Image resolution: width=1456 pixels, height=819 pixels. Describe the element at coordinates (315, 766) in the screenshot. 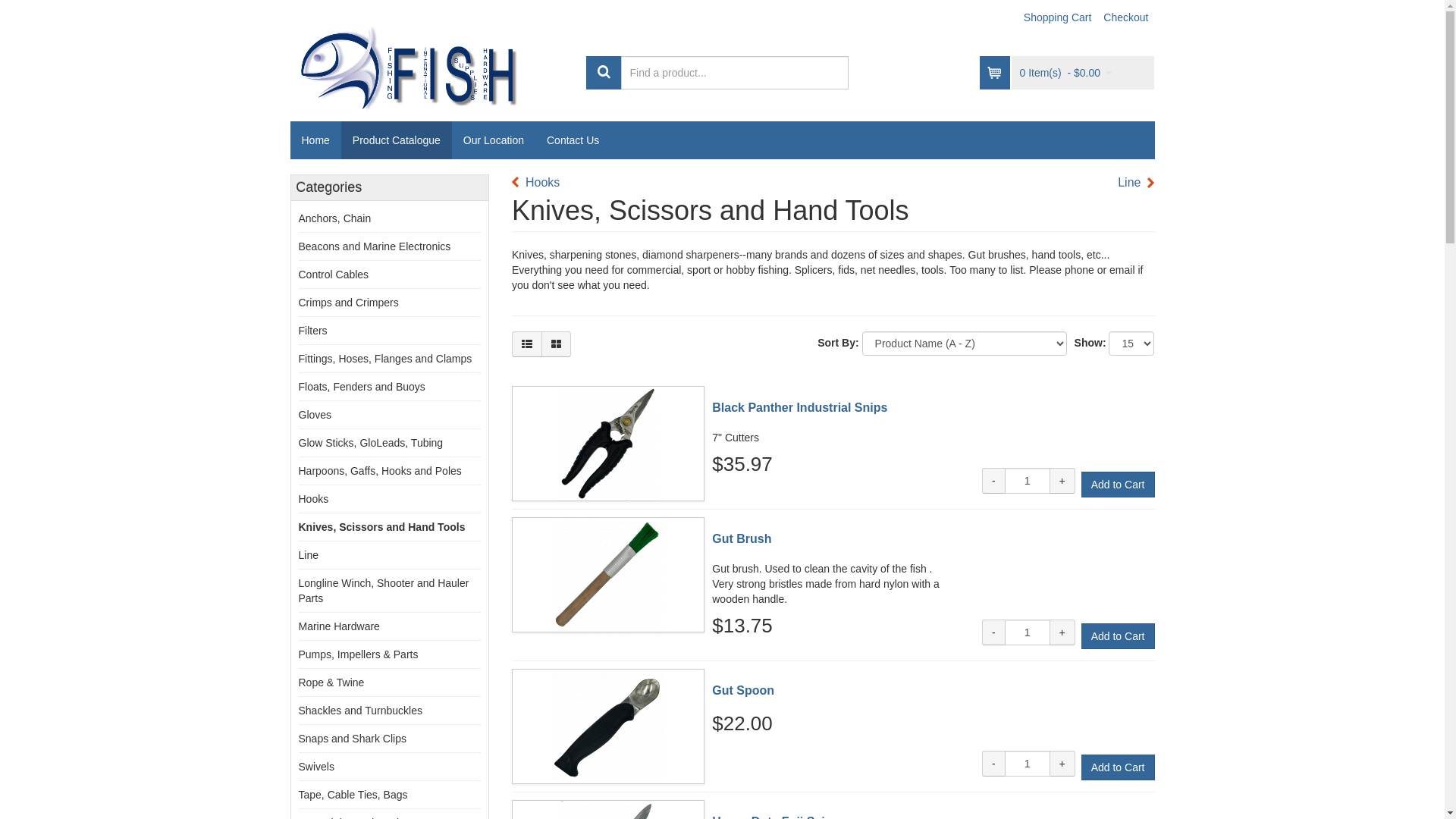

I see `'Swivels'` at that location.